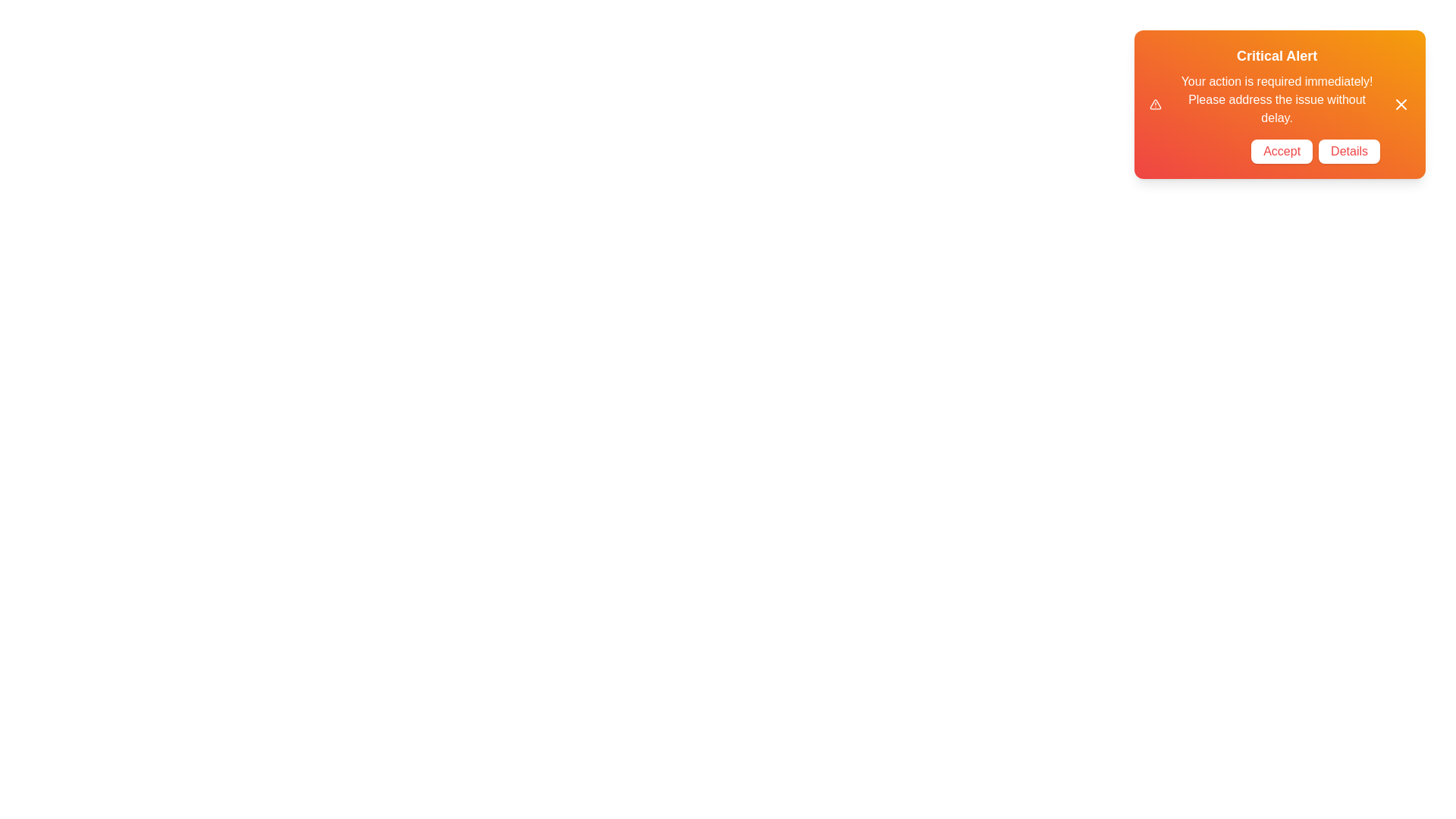 This screenshot has width=1456, height=819. I want to click on the 'Details' button to observe its hover effects, so click(1349, 152).